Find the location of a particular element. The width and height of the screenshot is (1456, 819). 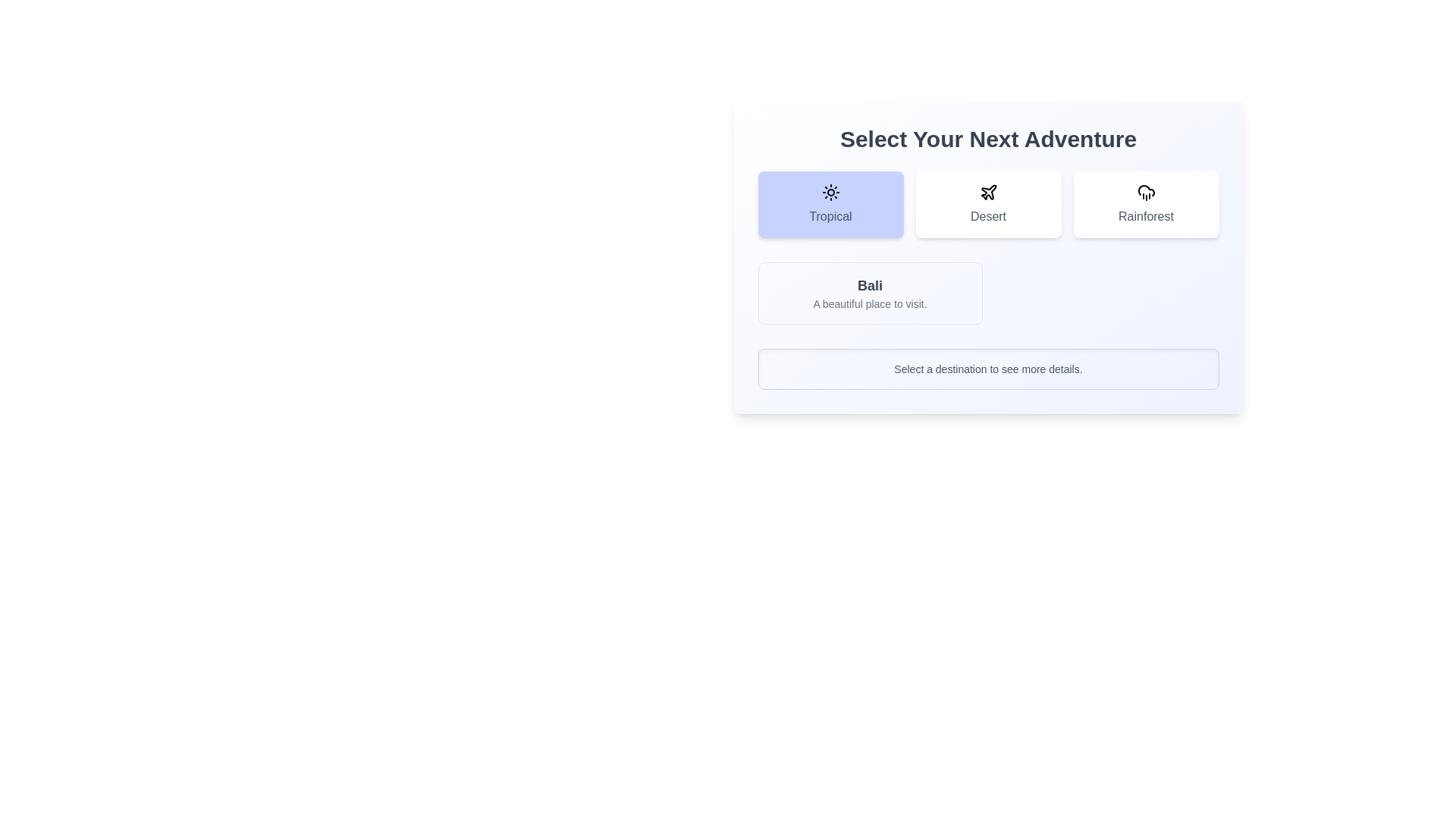

the informational text box that displays the message 'Select a destination is located at coordinates (988, 369).